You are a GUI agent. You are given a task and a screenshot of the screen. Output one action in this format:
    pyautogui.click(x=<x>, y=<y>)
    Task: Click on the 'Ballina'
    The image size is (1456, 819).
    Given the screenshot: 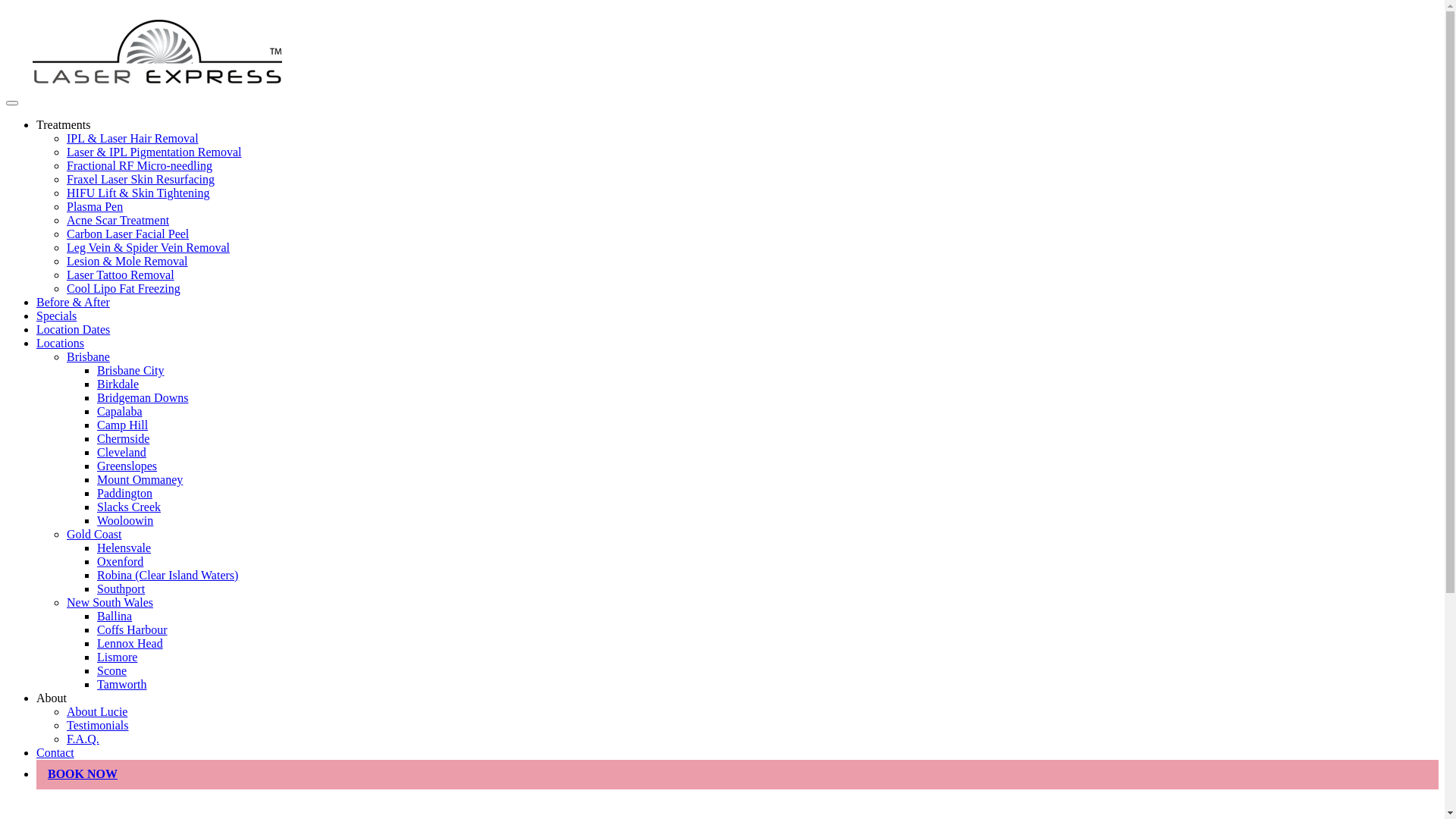 What is the action you would take?
    pyautogui.click(x=113, y=616)
    